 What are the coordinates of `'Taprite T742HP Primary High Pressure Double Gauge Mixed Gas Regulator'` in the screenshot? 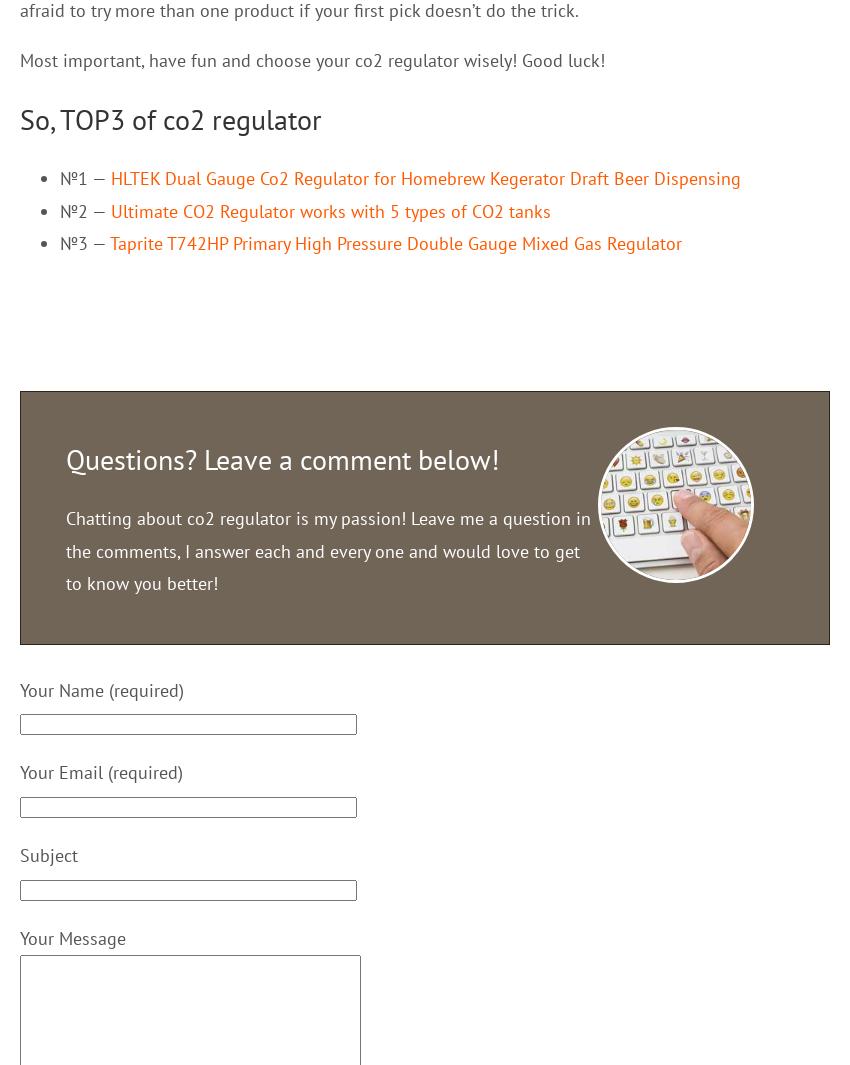 It's located at (396, 242).